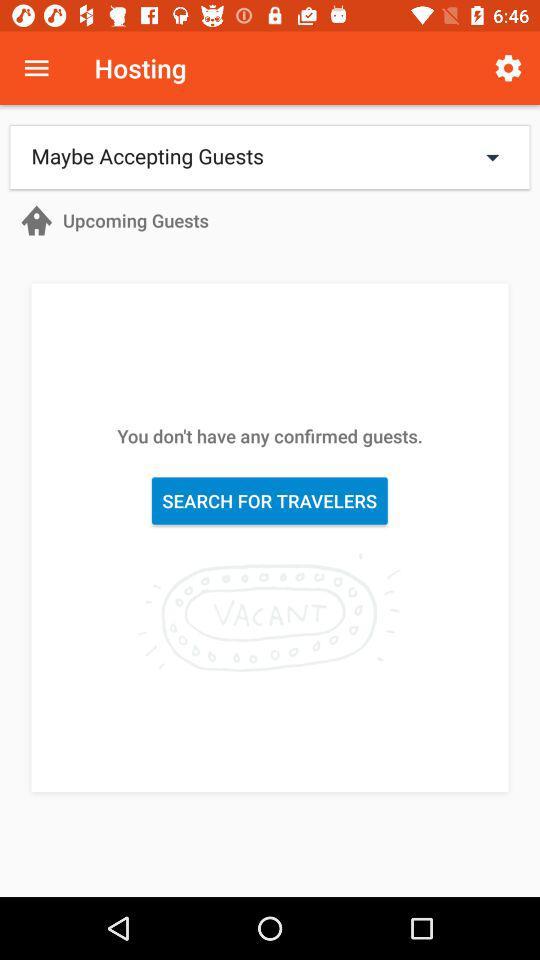 The image size is (540, 960). Describe the element at coordinates (508, 68) in the screenshot. I see `item above the maybe accepting guests icon` at that location.